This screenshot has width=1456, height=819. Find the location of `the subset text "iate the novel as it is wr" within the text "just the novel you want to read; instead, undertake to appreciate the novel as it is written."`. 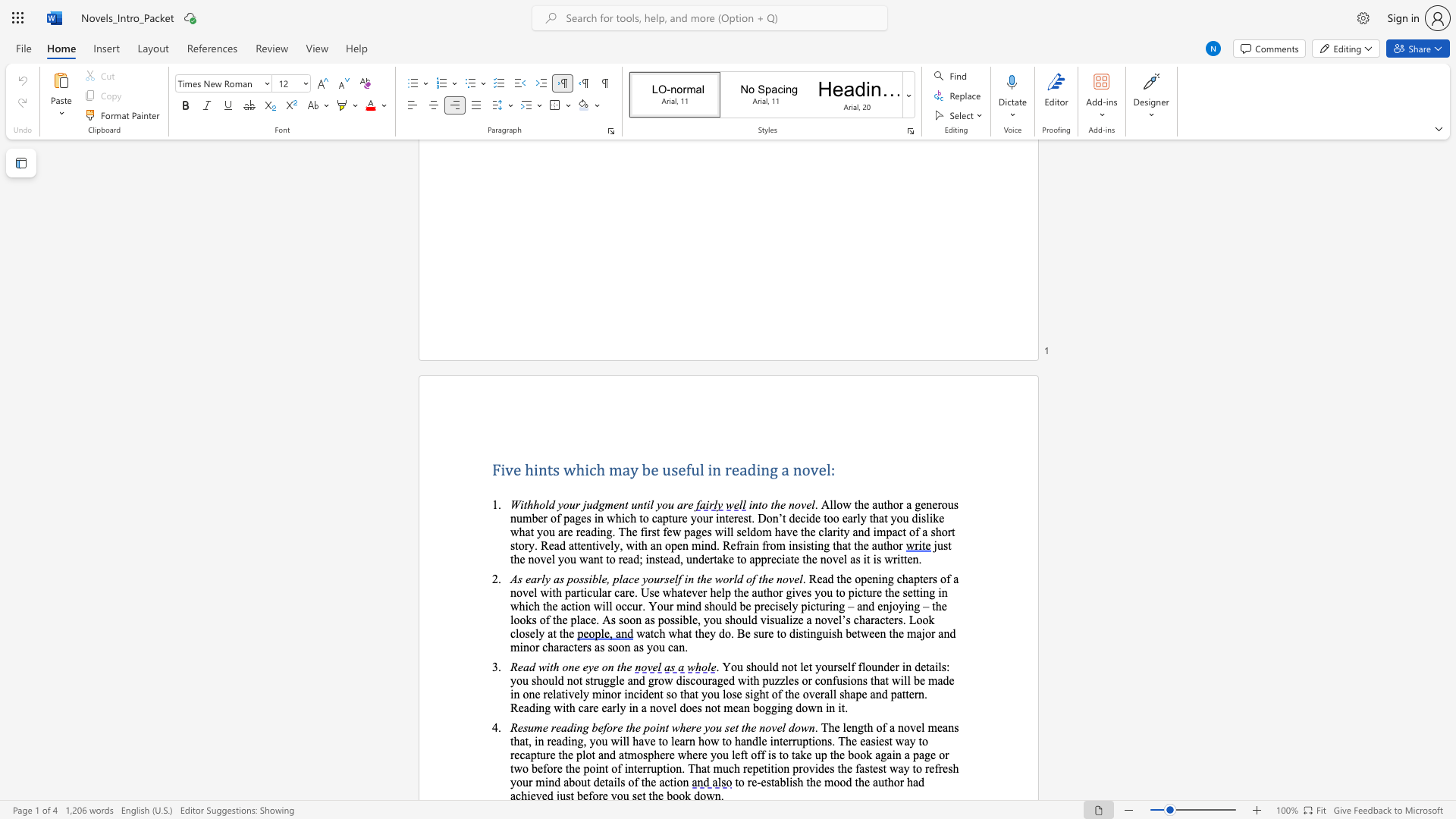

the subset text "iate the novel as it is wr" within the text "just the novel you want to read; instead, undertake to appreciate the novel as it is written." is located at coordinates (782, 559).